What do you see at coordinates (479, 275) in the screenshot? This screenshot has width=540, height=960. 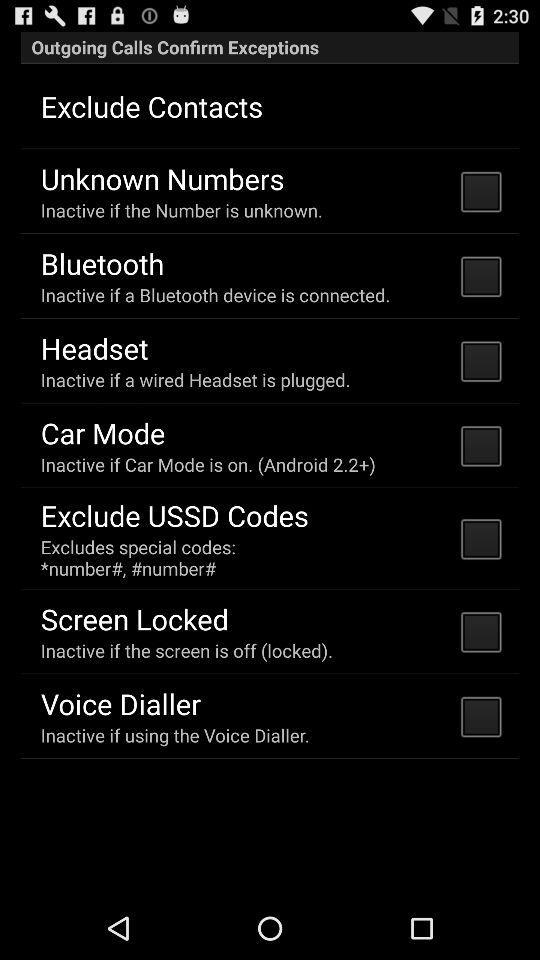 I see `check box which is at the right side of bluetooth` at bounding box center [479, 275].